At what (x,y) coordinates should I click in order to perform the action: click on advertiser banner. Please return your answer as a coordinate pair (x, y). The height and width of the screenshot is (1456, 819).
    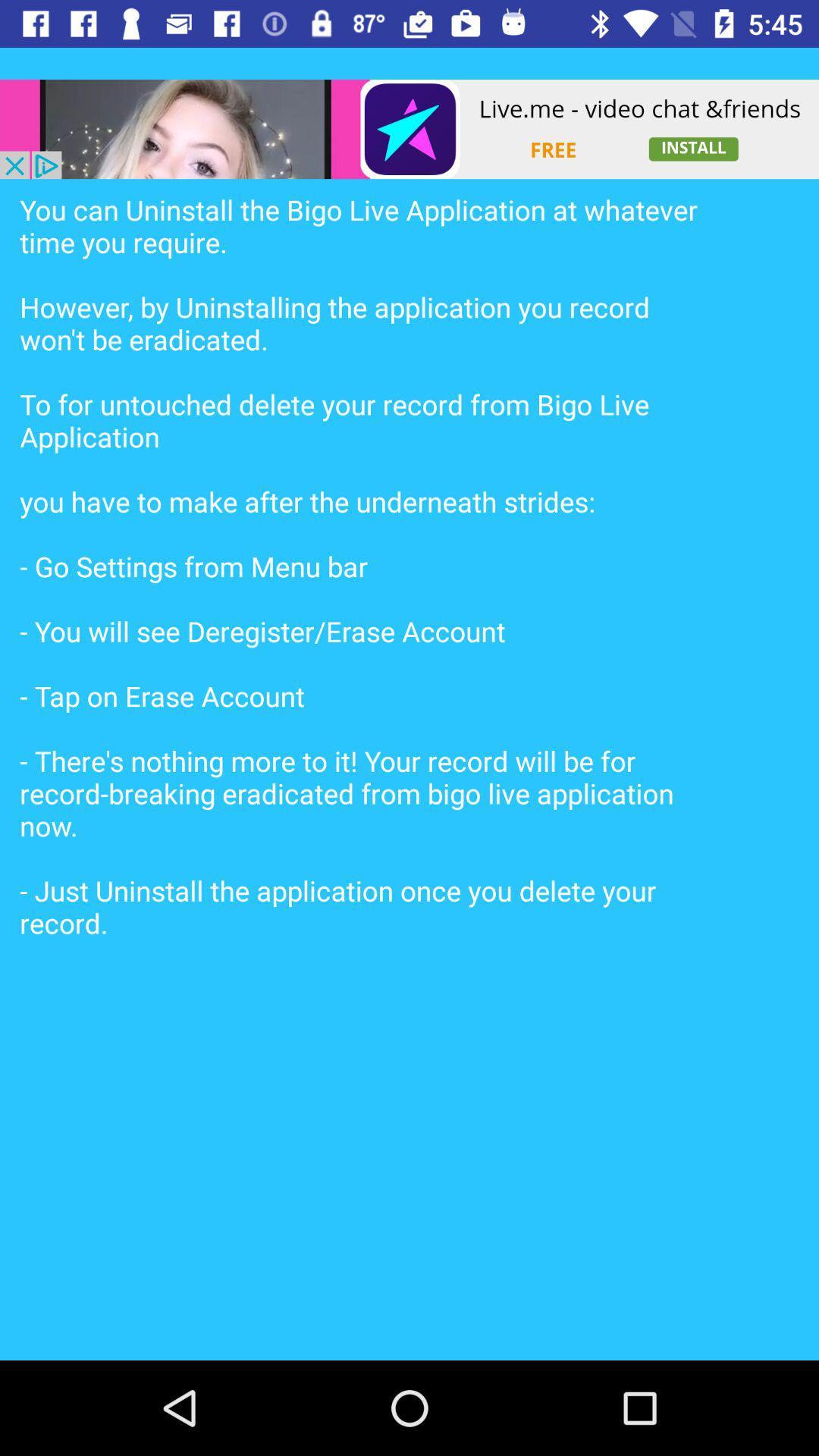
    Looking at the image, I should click on (409, 129).